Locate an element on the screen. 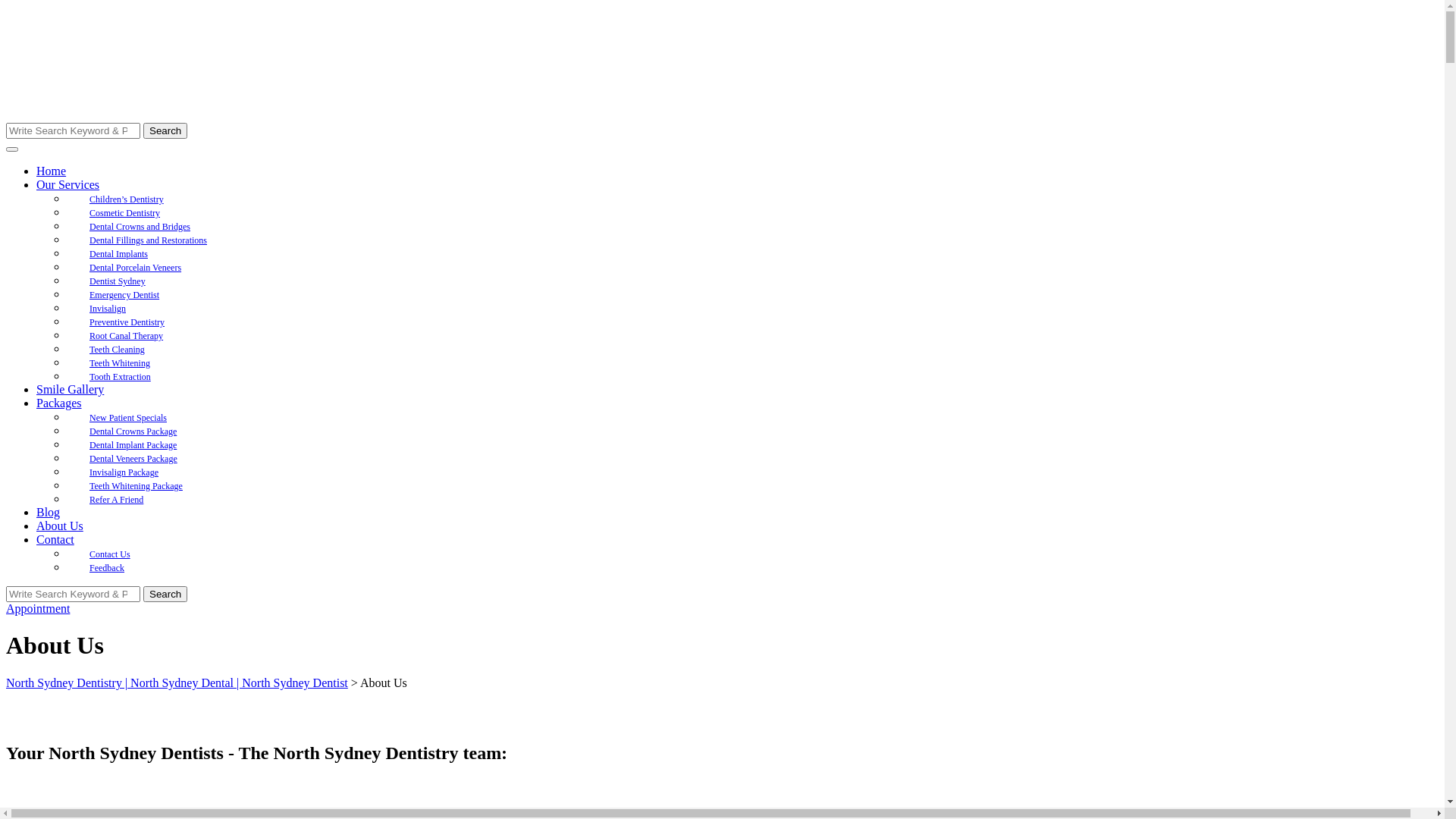 The image size is (1456, 819). 'Cosmetic Dentistry' is located at coordinates (65, 213).